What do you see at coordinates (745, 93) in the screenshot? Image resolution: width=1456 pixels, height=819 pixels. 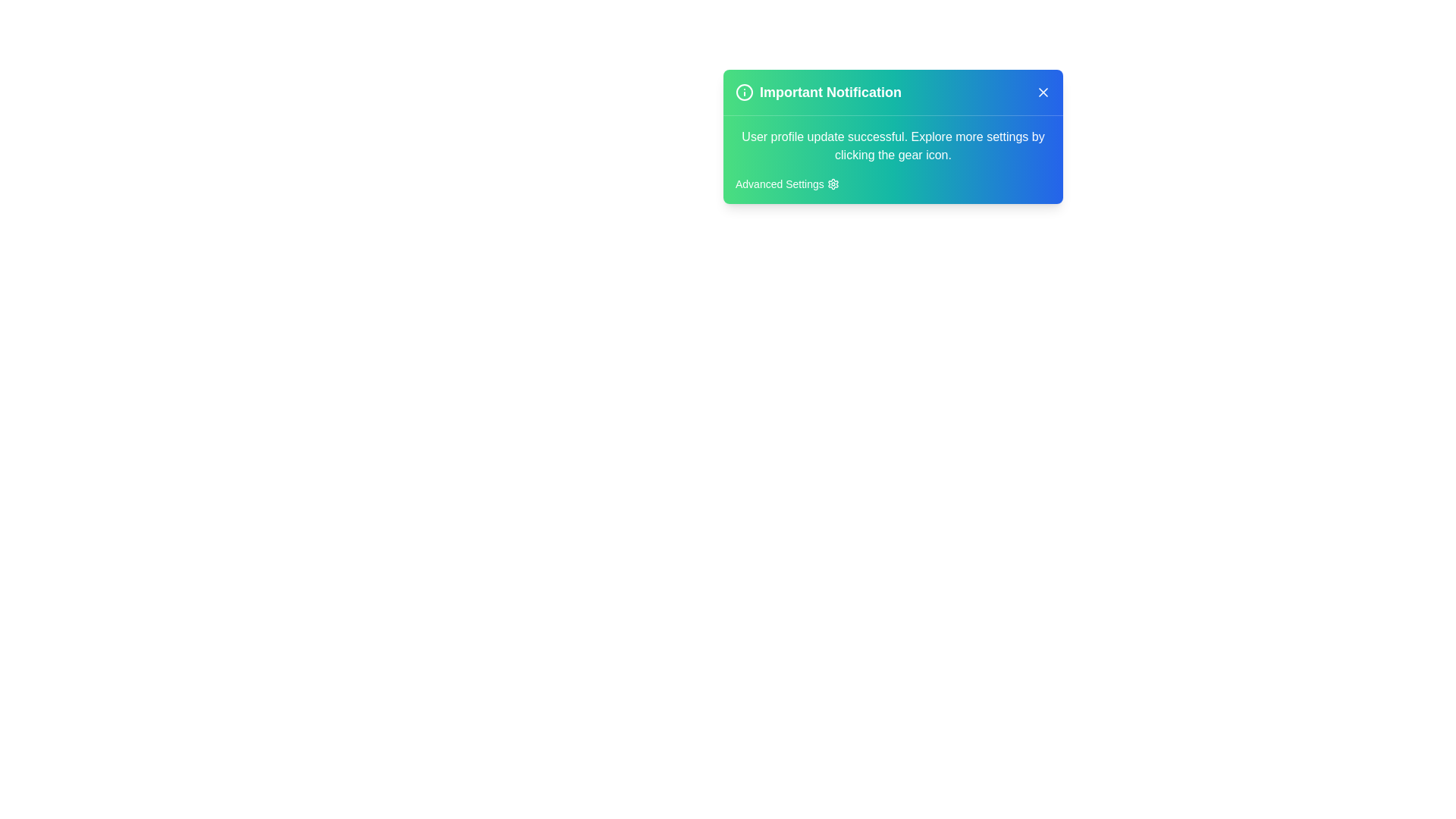 I see `the info icon in the DynamicAlert component` at bounding box center [745, 93].